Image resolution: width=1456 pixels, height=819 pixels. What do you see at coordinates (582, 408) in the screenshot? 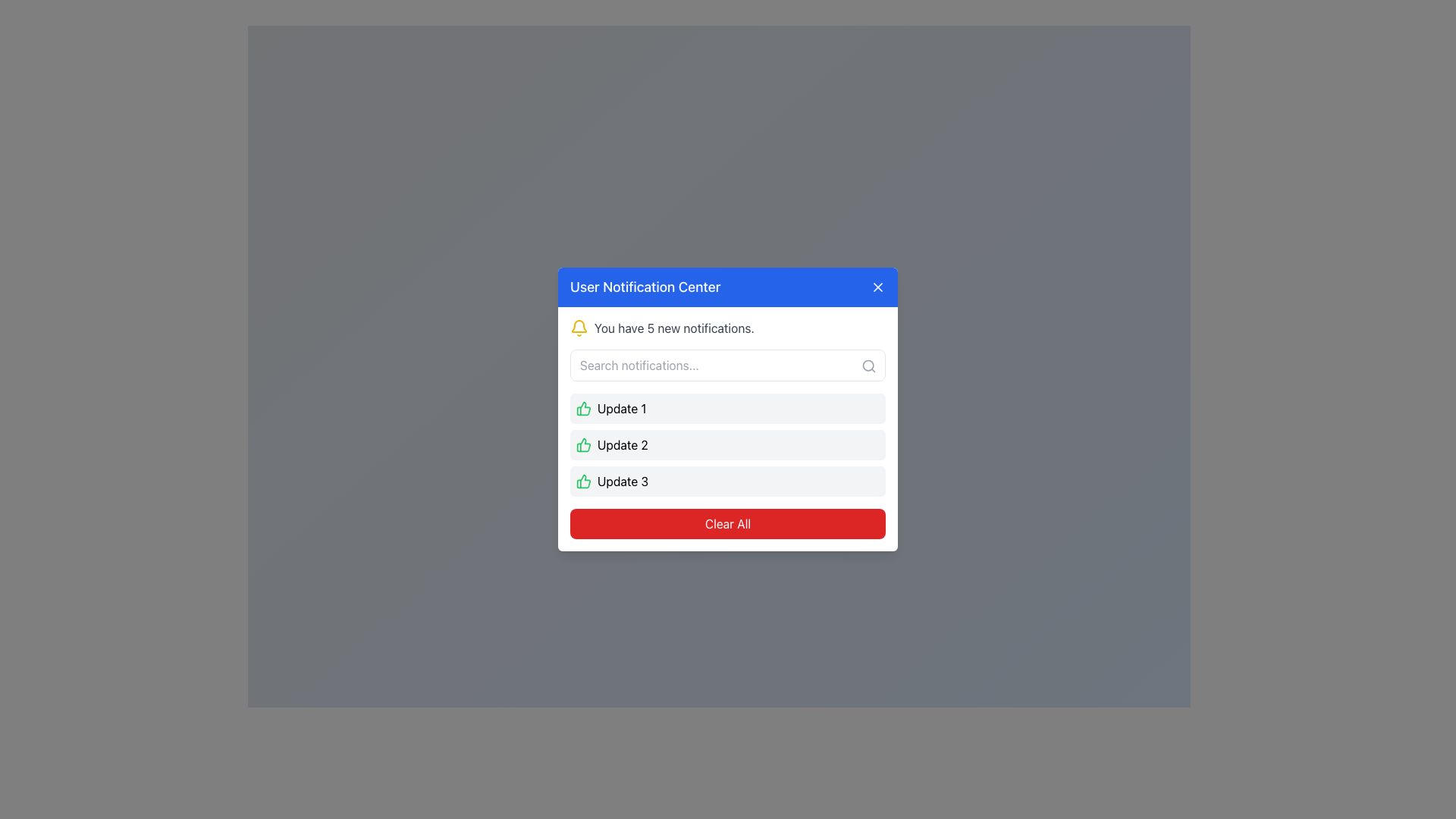
I see `the green thumbs-up icon located at the beginning of the notification list for 'Update 1'` at bounding box center [582, 408].